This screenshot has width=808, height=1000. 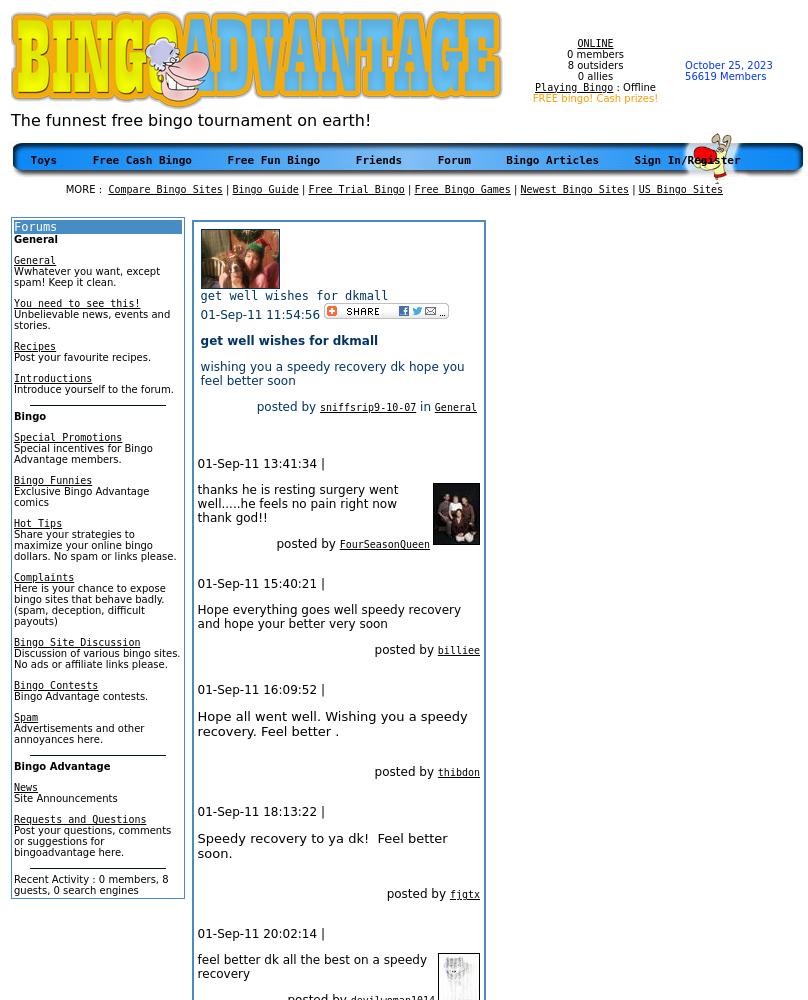 I want to click on 'Newest Bingo Sites', so click(x=573, y=188).